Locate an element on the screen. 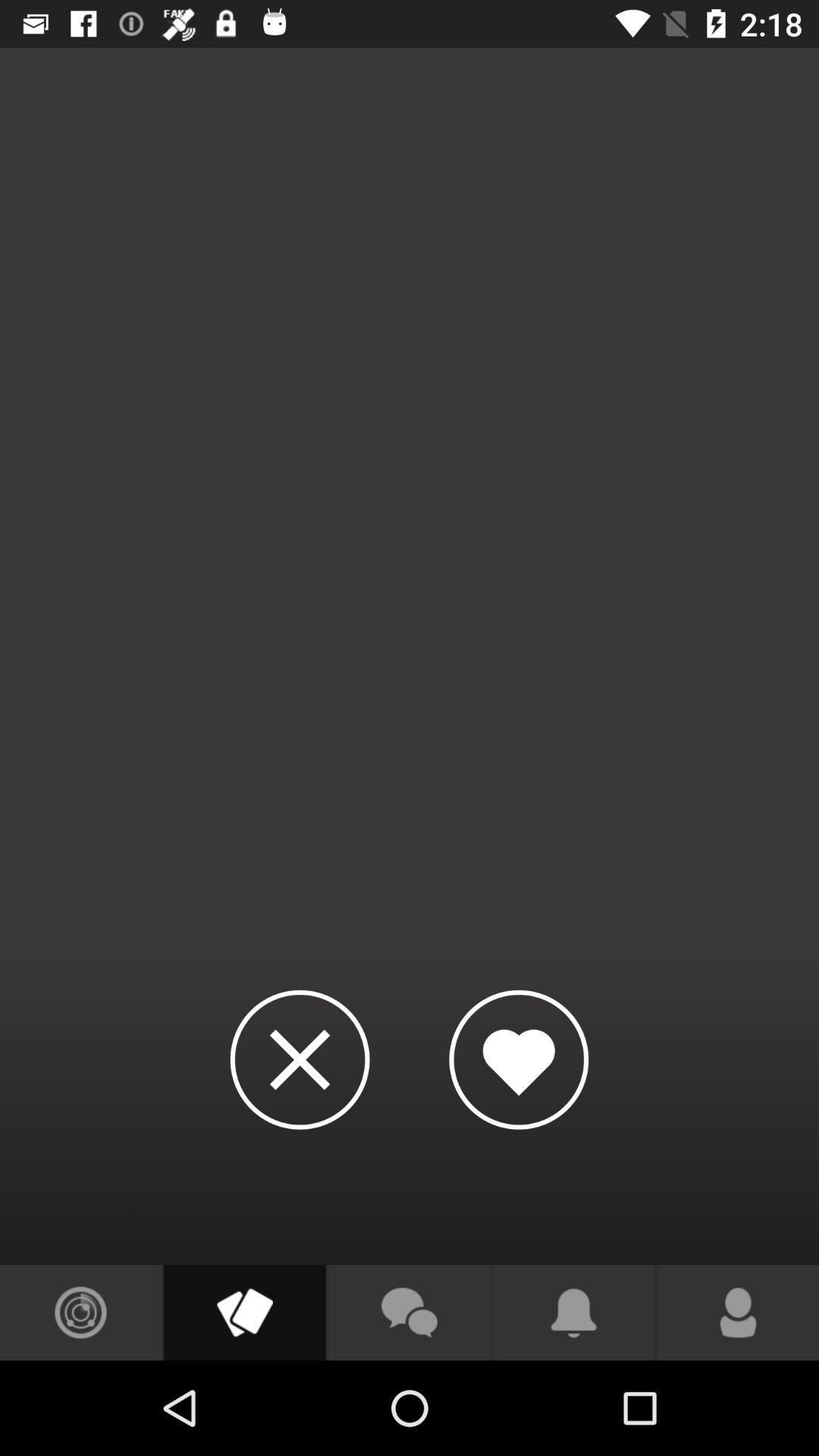 The width and height of the screenshot is (819, 1456). the favorite icon is located at coordinates (518, 1059).